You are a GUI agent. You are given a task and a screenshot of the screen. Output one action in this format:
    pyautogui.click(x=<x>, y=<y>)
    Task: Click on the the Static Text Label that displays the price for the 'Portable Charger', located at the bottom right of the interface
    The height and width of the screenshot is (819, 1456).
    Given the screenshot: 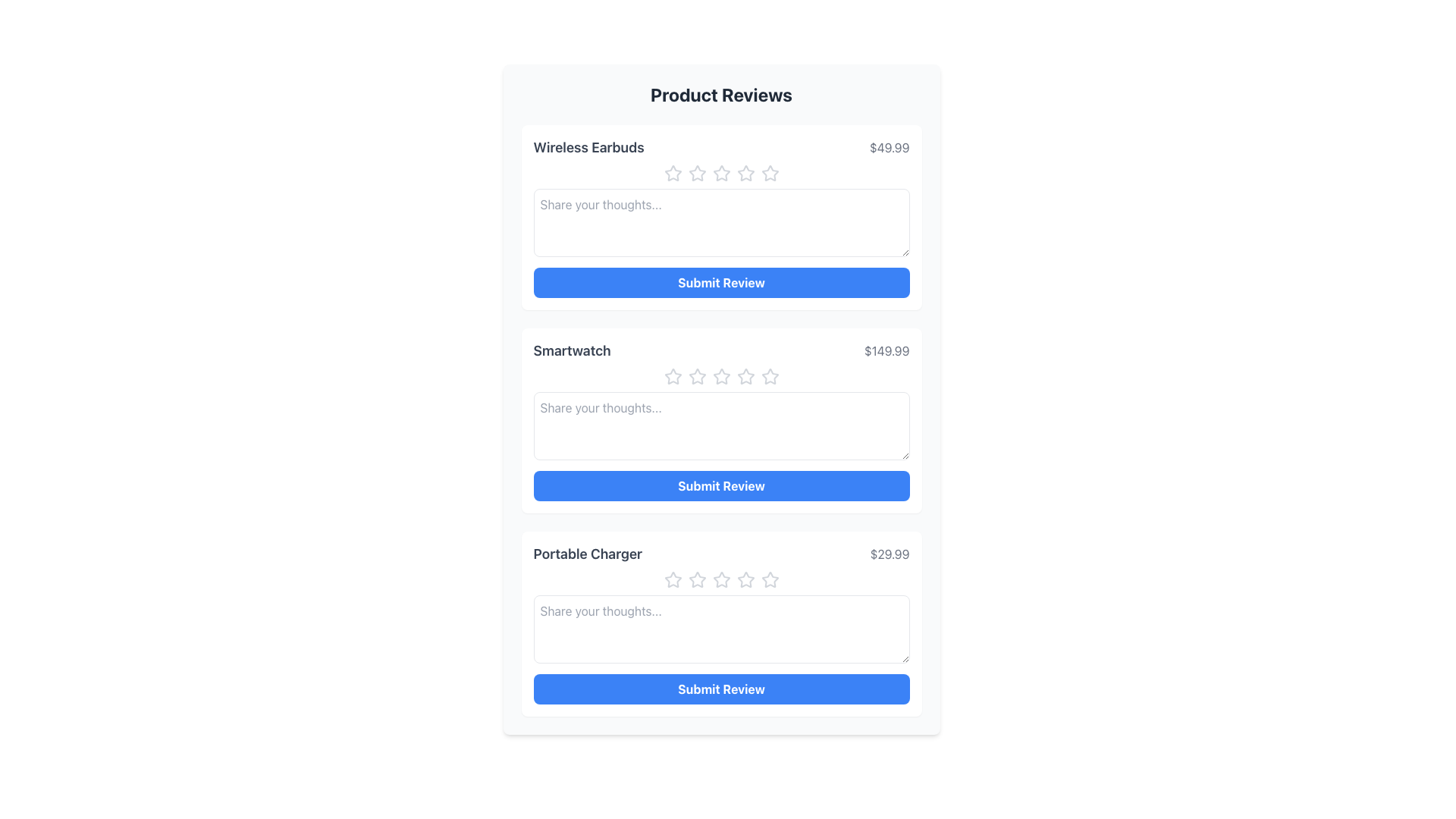 What is the action you would take?
    pyautogui.click(x=890, y=554)
    